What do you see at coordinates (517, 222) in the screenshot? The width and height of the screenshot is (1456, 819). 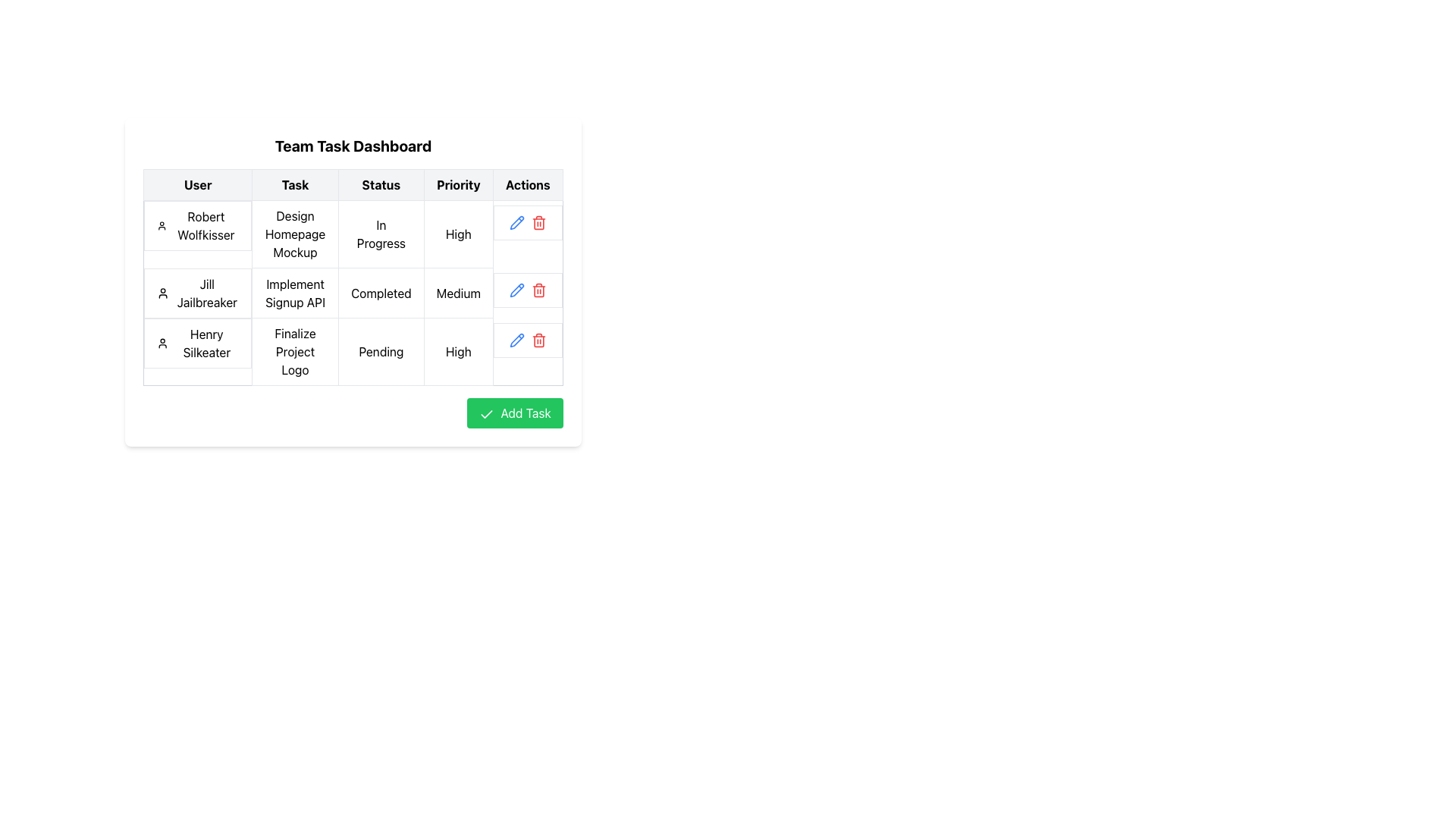 I see `the blue pencil icon button located in the 'Actions' column of the first row in the data table` at bounding box center [517, 222].